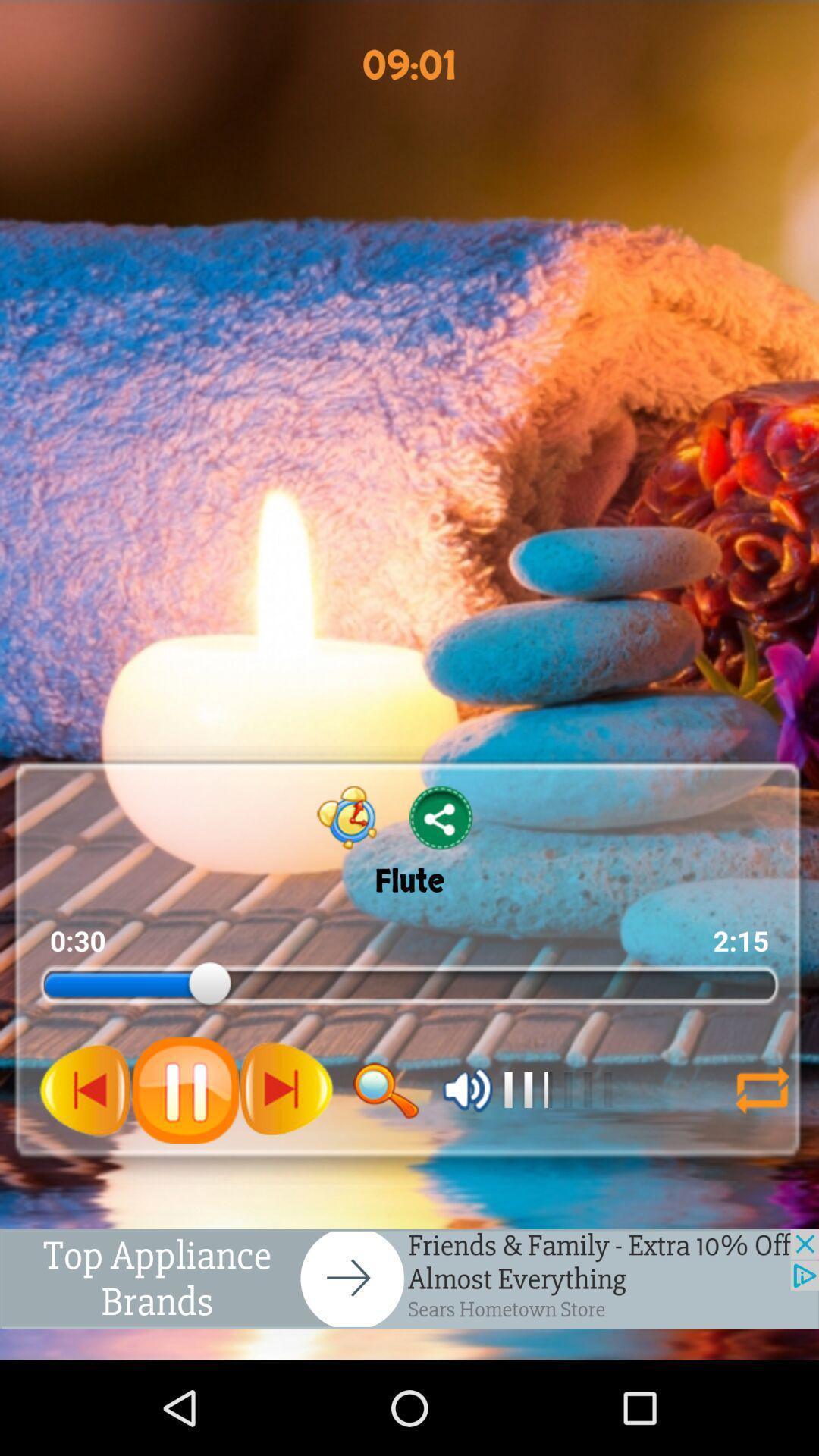 Image resolution: width=819 pixels, height=1456 pixels. I want to click on the repeat icon, so click(762, 1166).